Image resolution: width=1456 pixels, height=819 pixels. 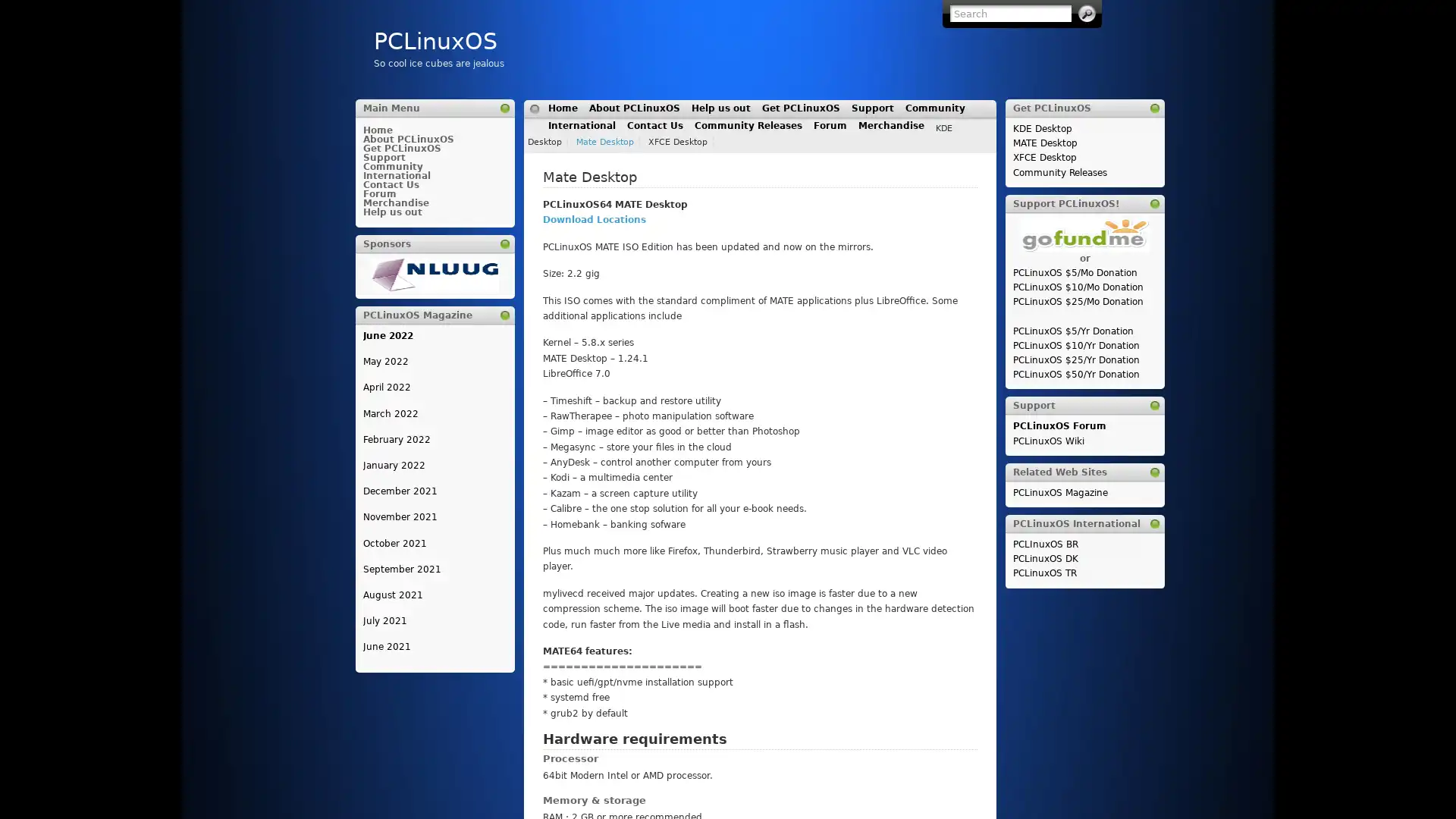 I want to click on Go, so click(x=1086, y=14).